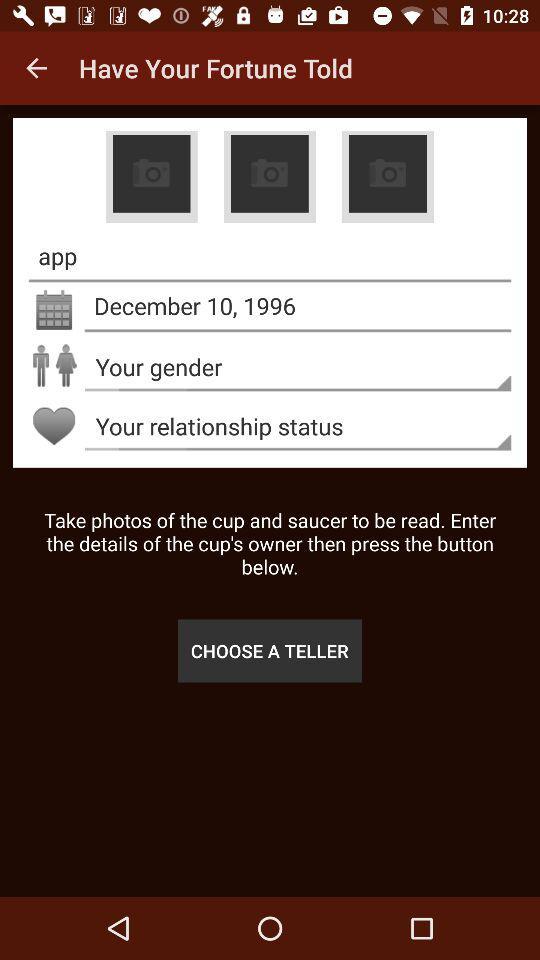  I want to click on a photo, so click(150, 176).